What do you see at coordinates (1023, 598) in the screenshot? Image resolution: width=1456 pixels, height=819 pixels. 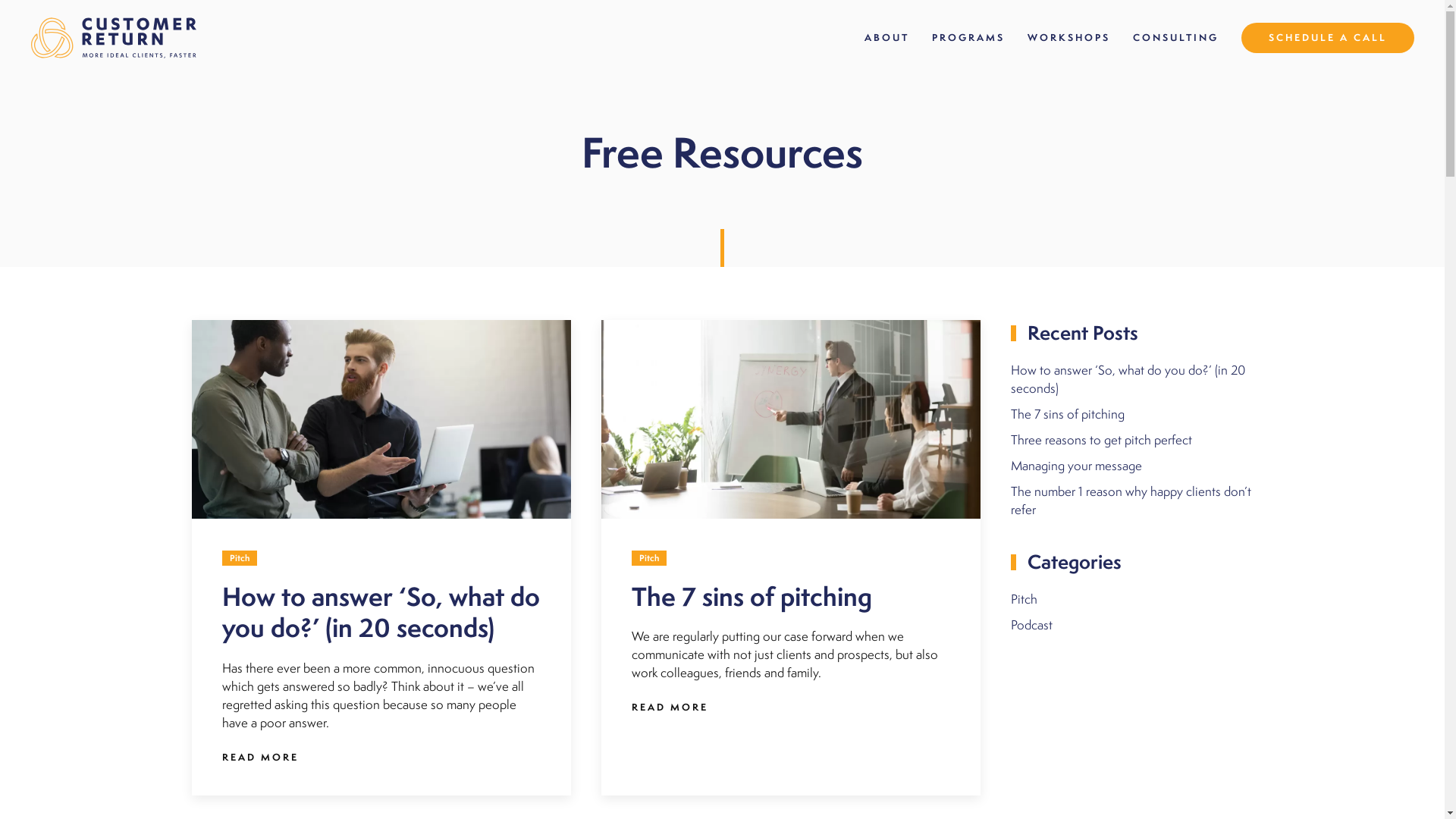 I see `'Pitch'` at bounding box center [1023, 598].